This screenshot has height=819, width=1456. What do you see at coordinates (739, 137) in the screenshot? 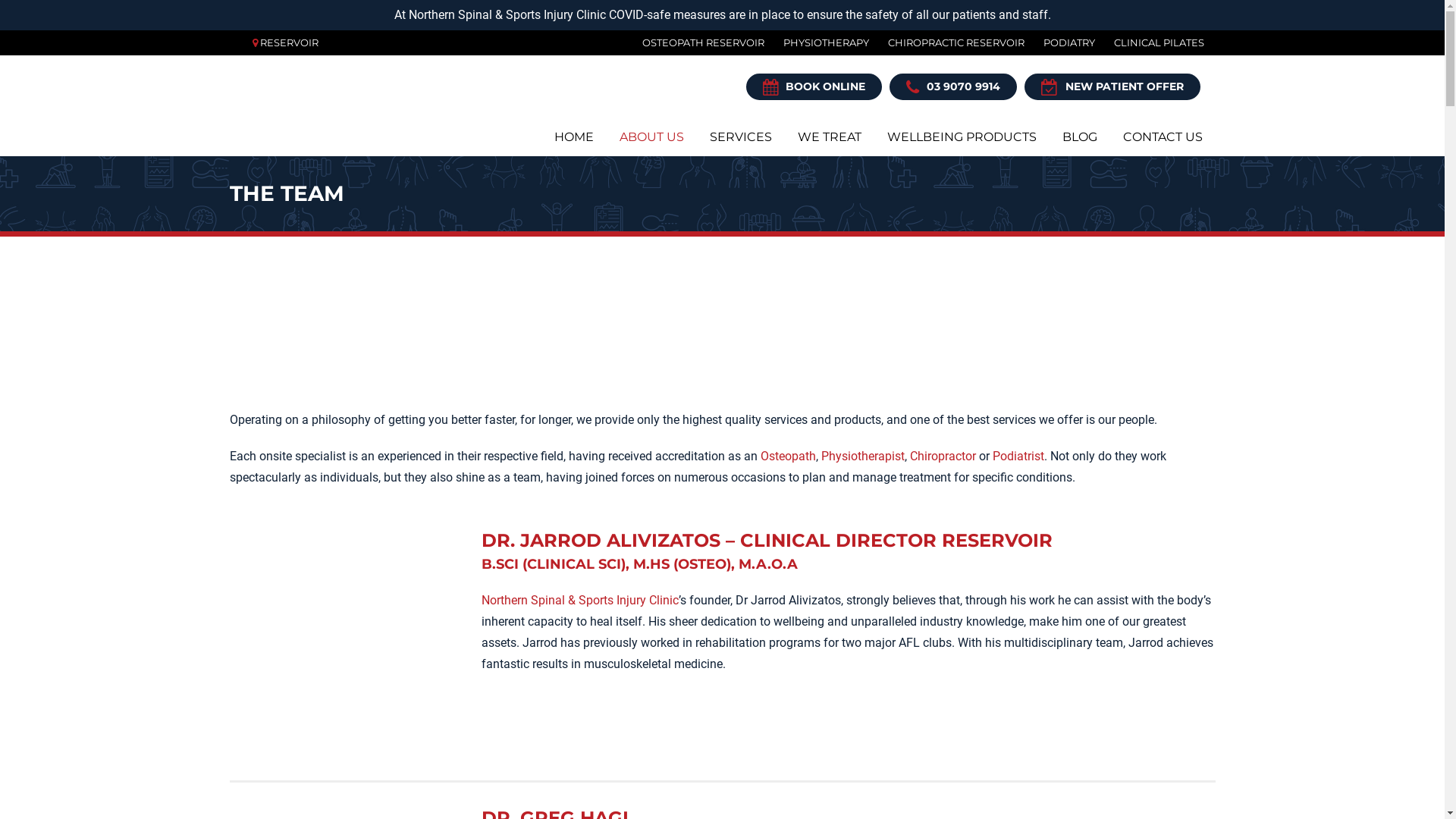
I see `'SERVICES'` at bounding box center [739, 137].